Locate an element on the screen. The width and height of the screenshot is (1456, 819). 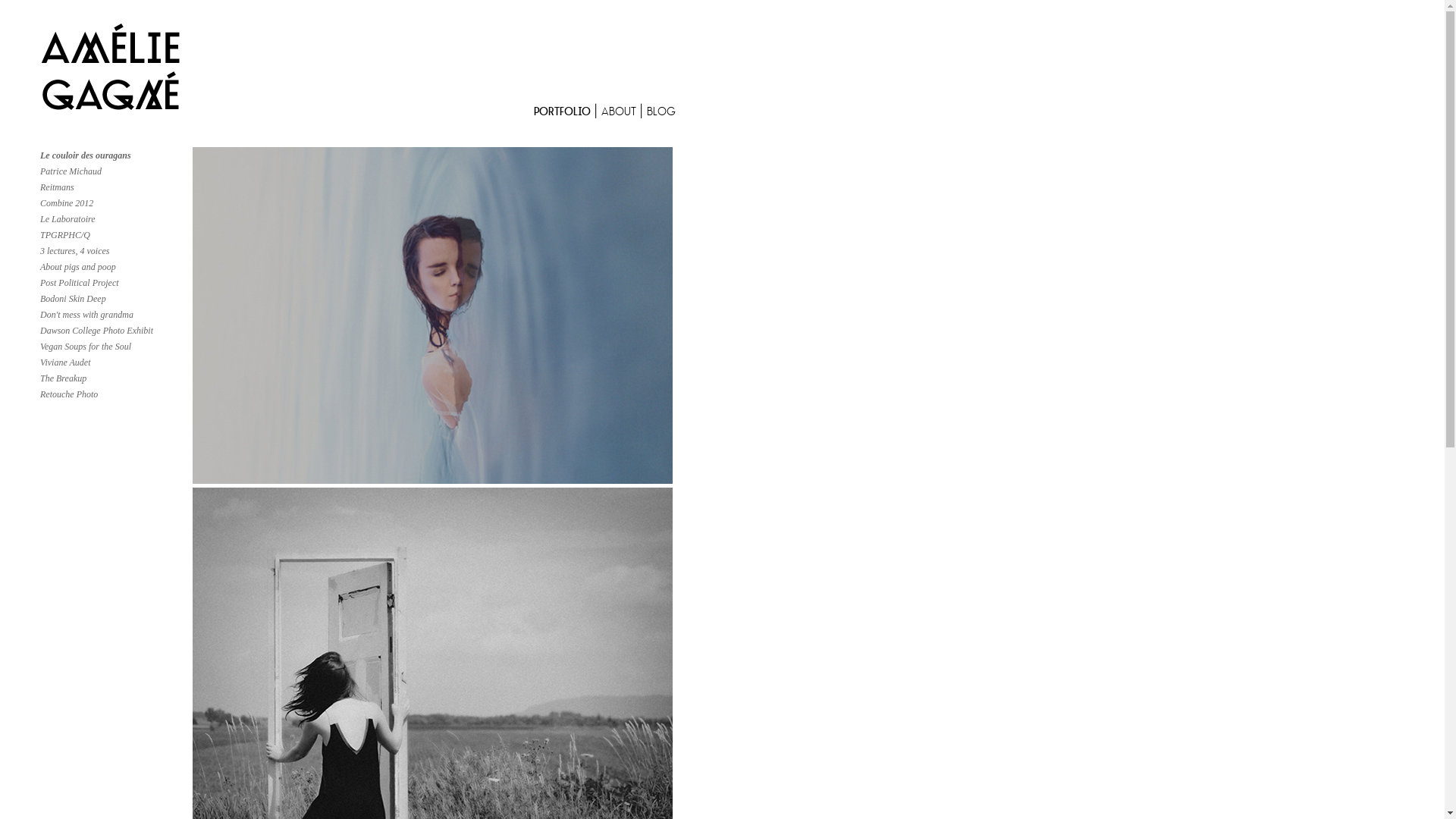
'Reitmans' is located at coordinates (39, 186).